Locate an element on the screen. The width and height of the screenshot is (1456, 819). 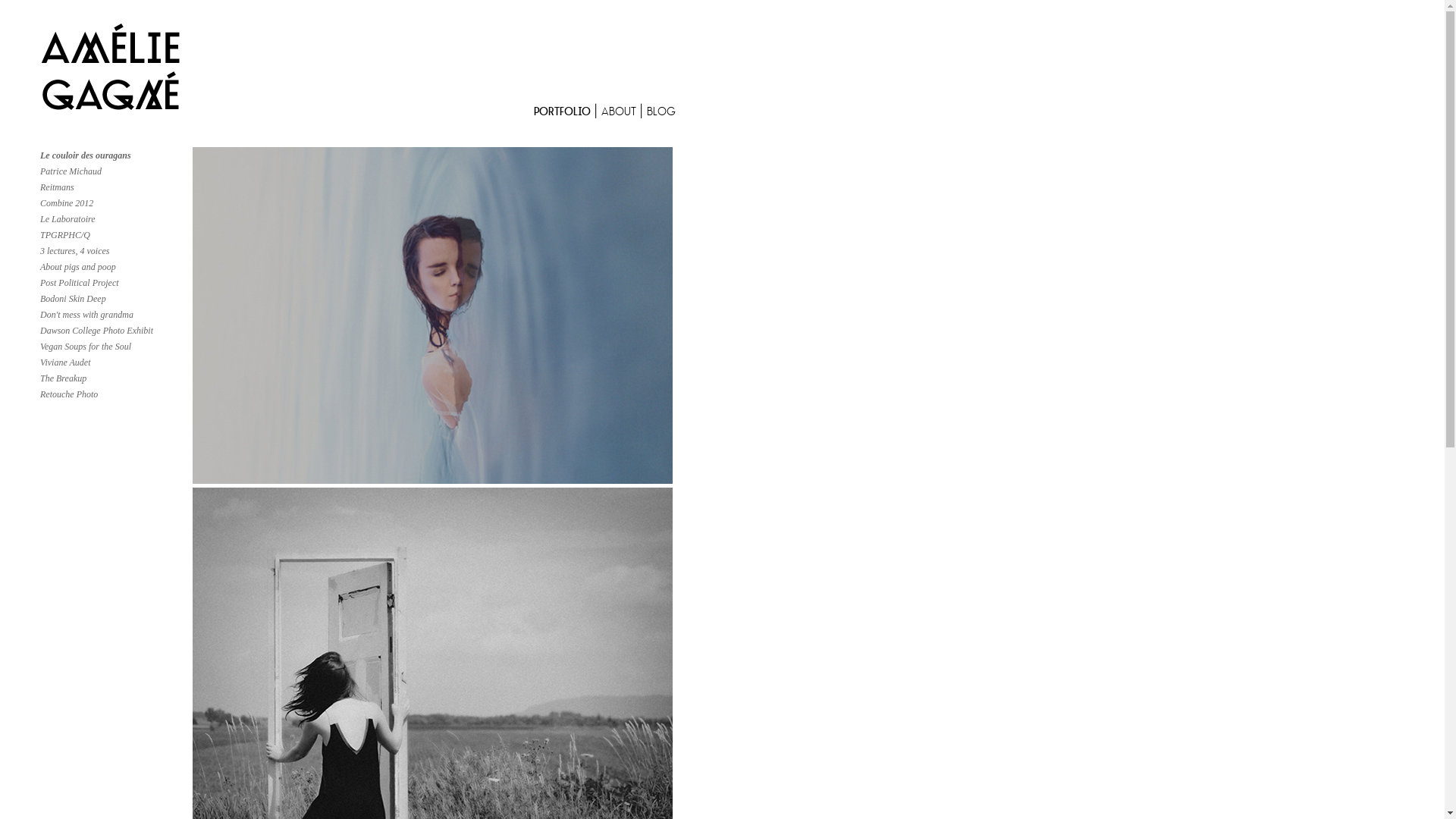
'Reitmans' is located at coordinates (39, 186).